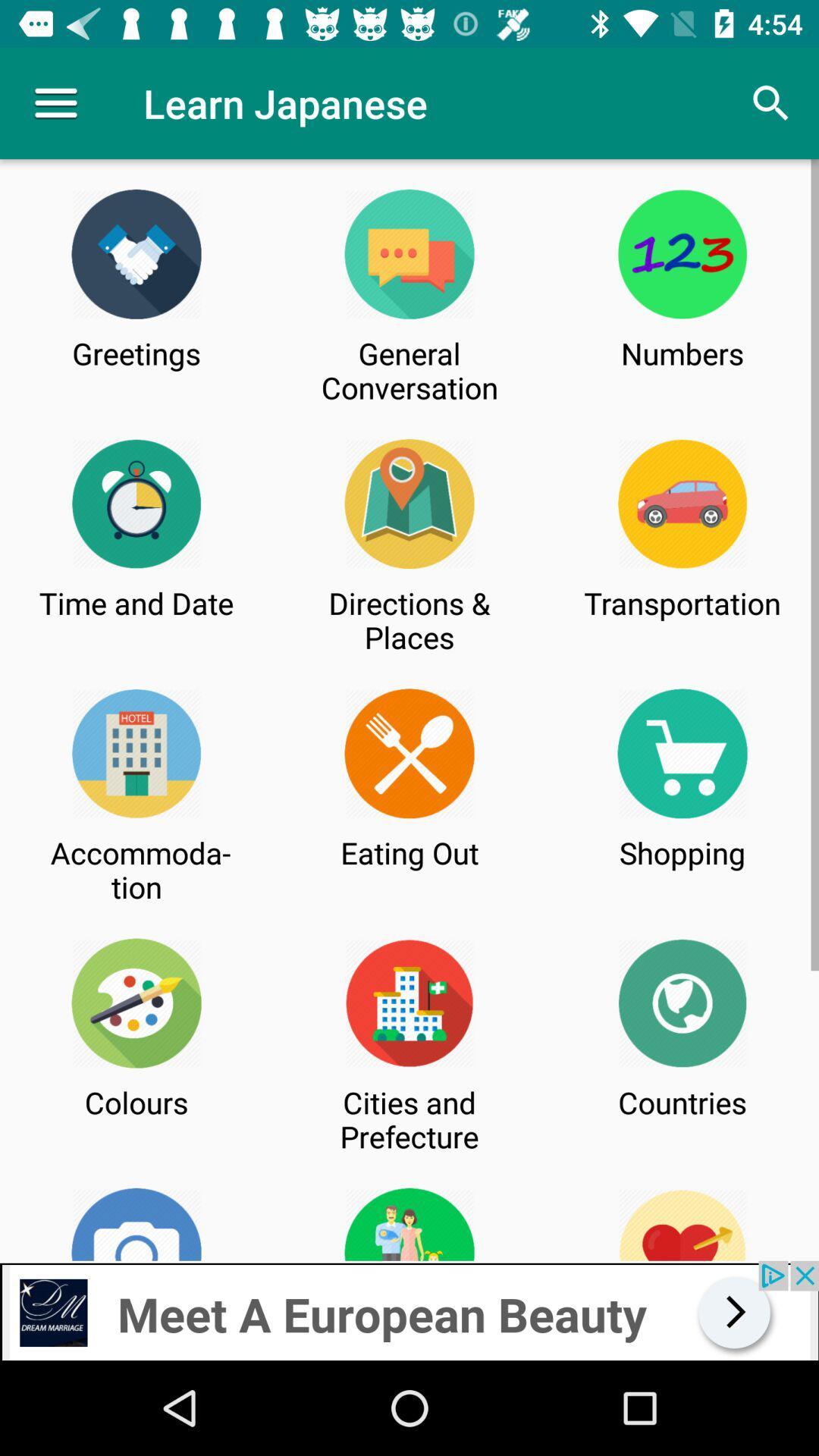  Describe the element at coordinates (409, 1003) in the screenshot. I see `the image which is above the cities and prefecture` at that location.